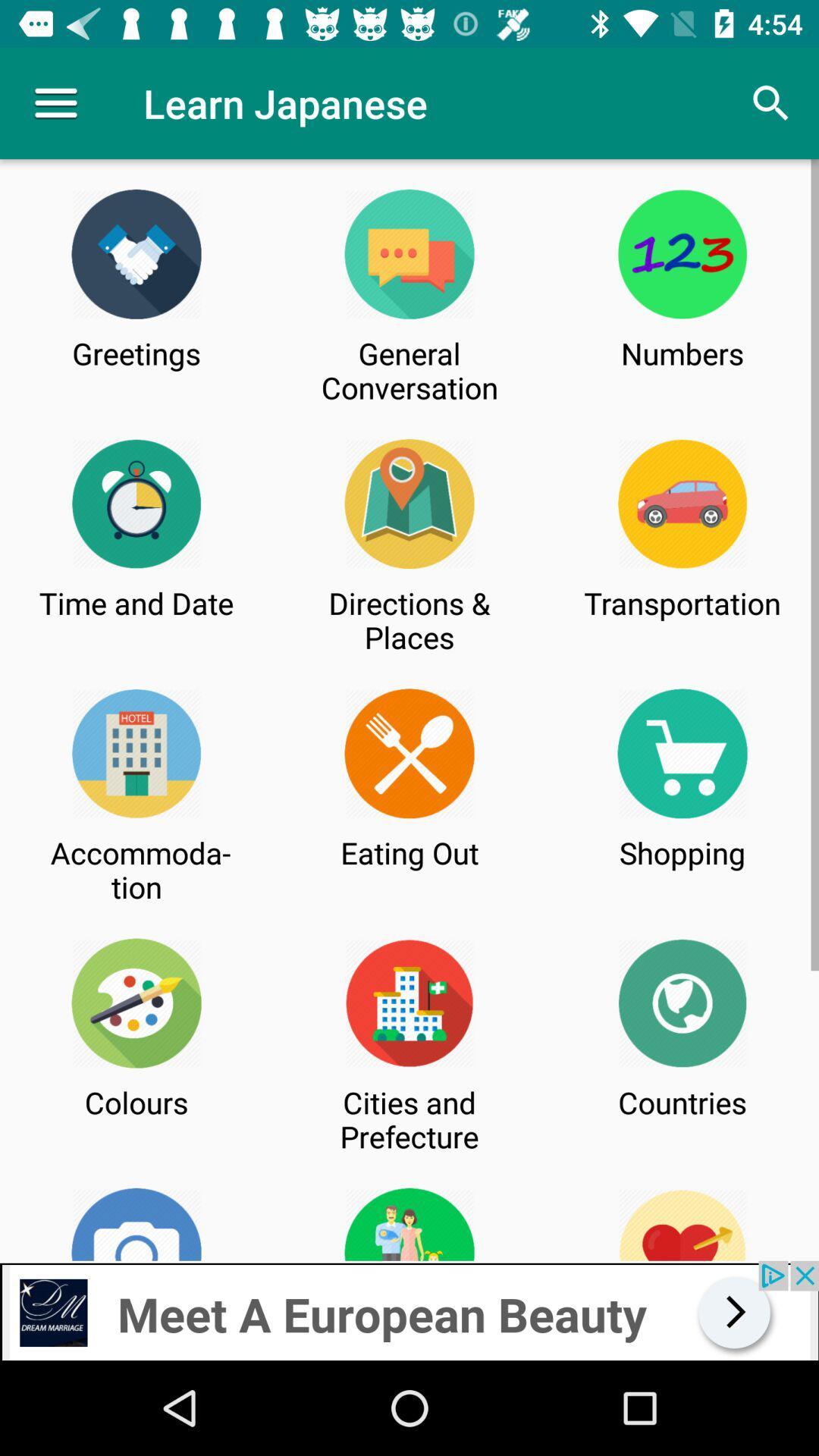  Describe the element at coordinates (409, 1003) in the screenshot. I see `the image which is above the cities and prefecture` at that location.